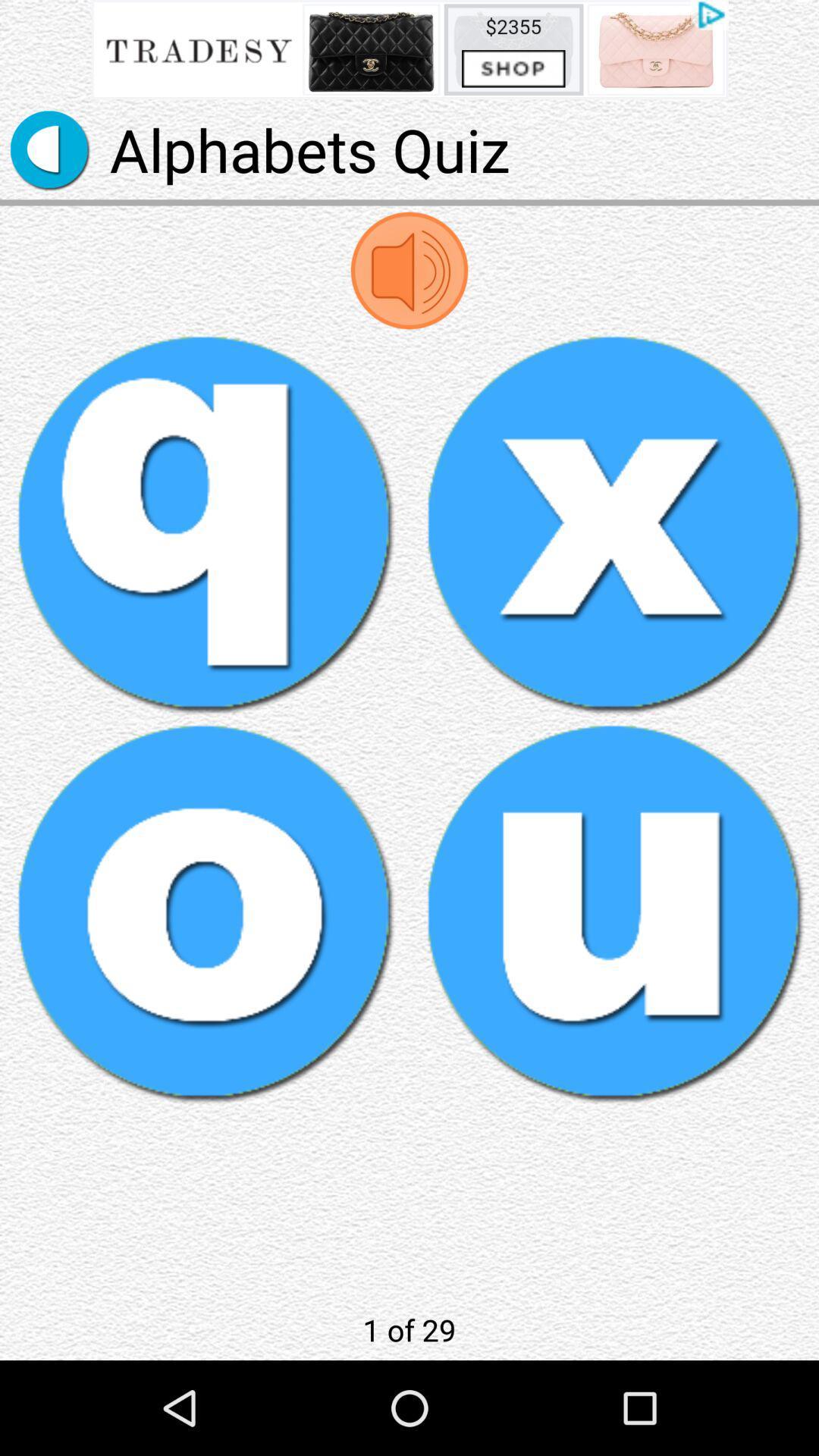 The image size is (819, 1456). What do you see at coordinates (409, 290) in the screenshot?
I see `the volume icon` at bounding box center [409, 290].